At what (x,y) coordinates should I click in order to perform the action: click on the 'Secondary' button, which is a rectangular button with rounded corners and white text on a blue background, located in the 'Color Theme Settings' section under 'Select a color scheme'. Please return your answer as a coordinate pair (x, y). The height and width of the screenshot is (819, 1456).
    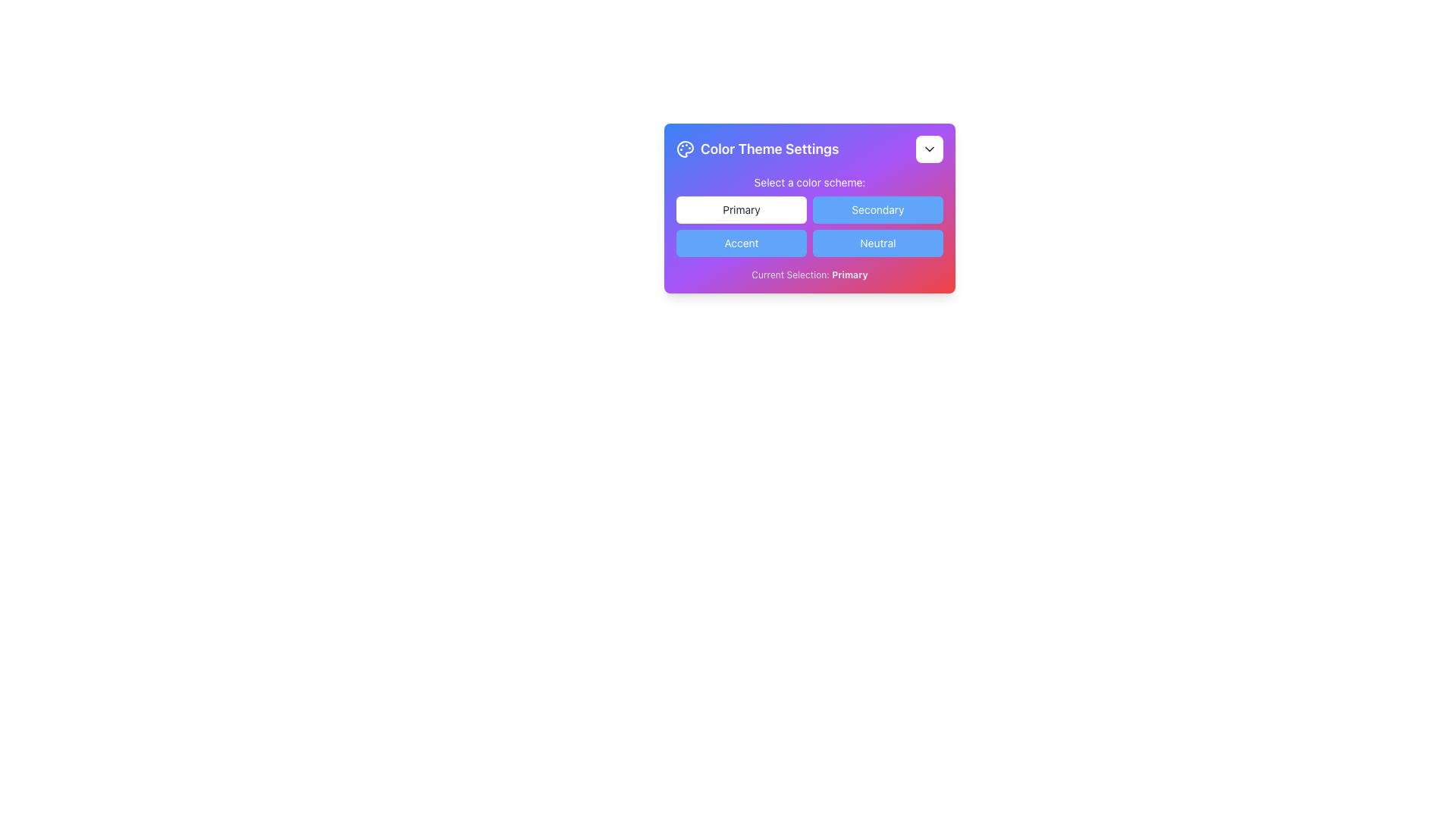
    Looking at the image, I should click on (877, 210).